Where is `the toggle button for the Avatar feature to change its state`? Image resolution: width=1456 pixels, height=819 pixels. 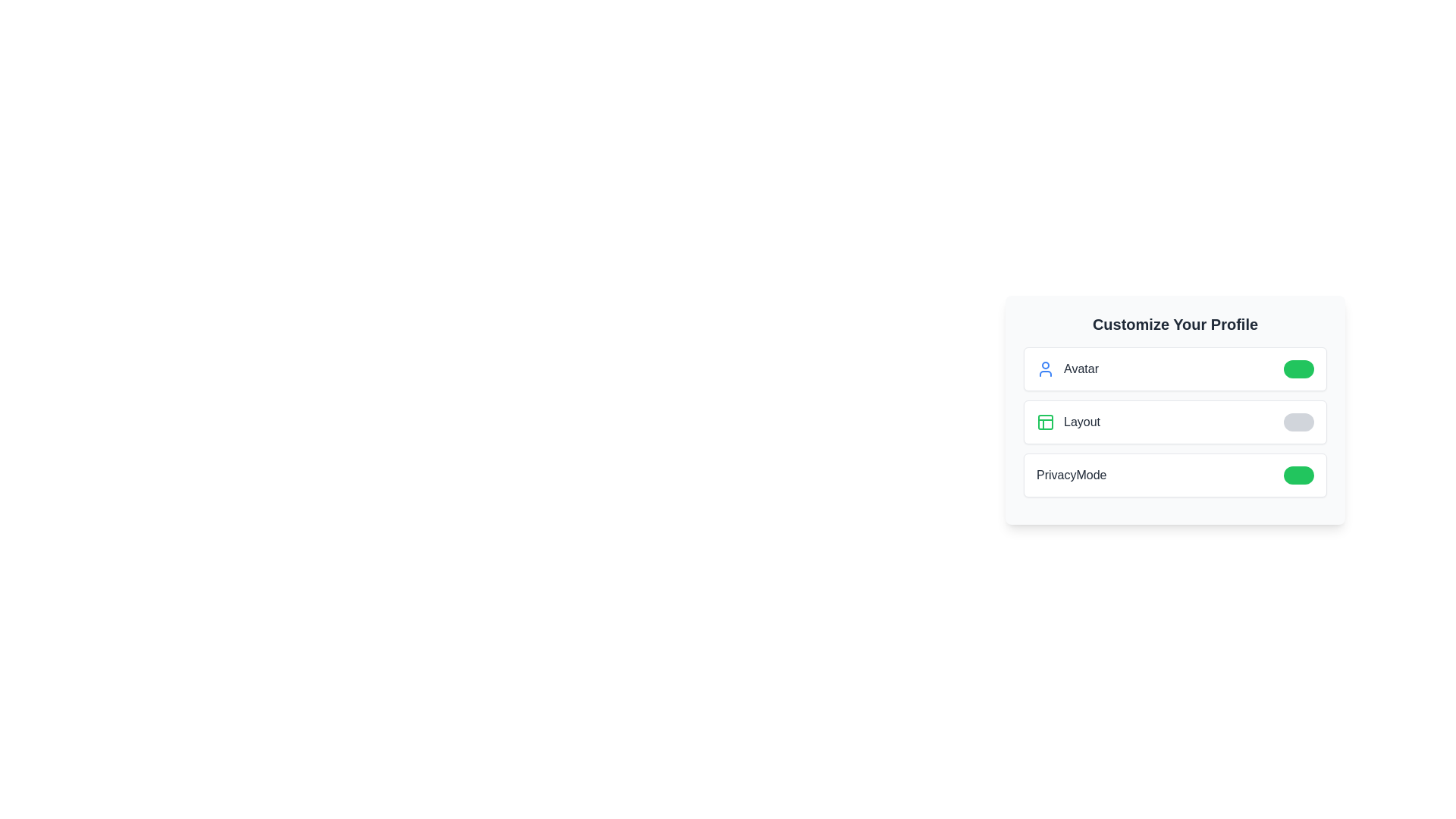 the toggle button for the Avatar feature to change its state is located at coordinates (1298, 369).